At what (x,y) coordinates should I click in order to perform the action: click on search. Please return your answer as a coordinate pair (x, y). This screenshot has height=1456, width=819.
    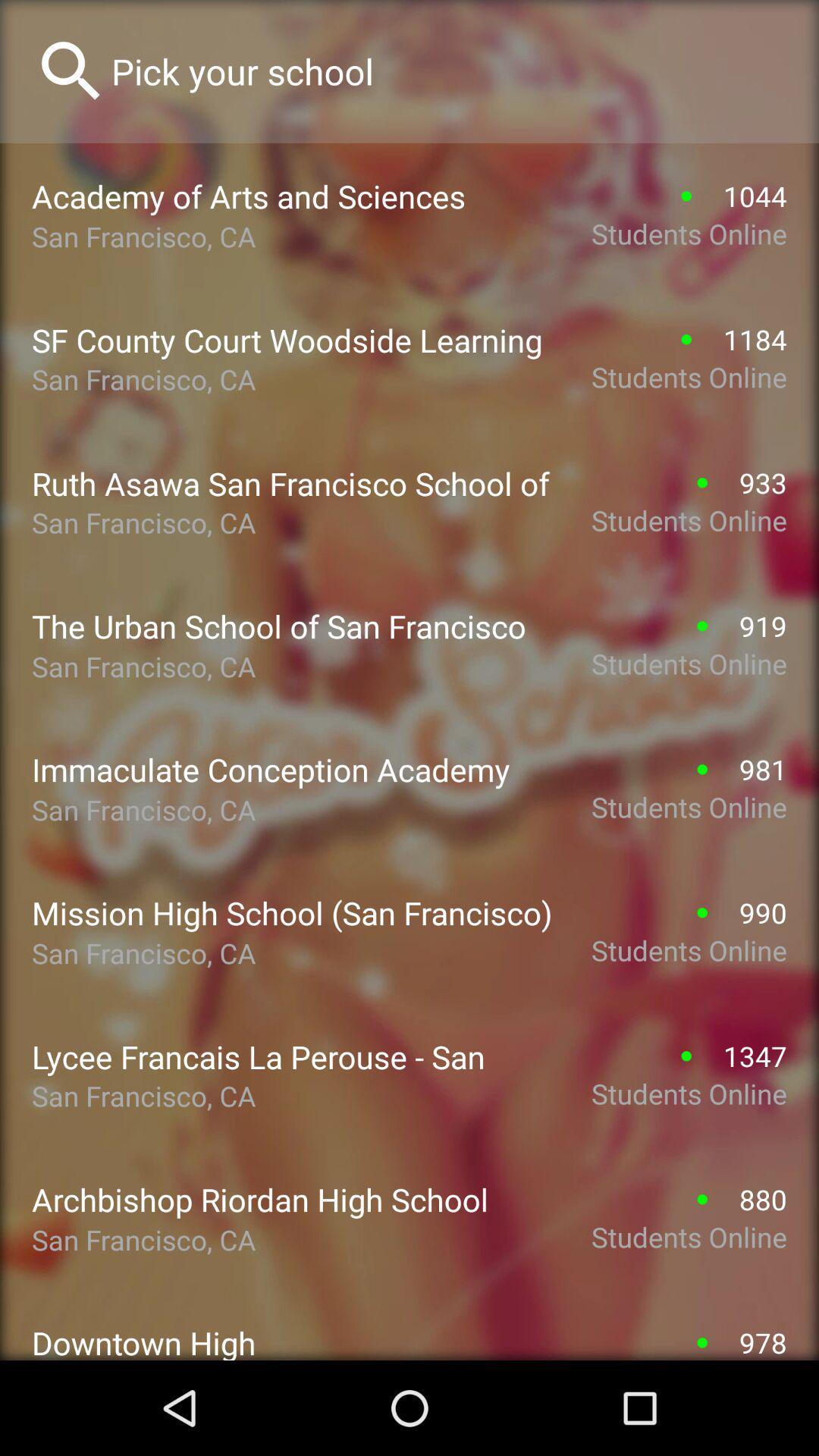
    Looking at the image, I should click on (448, 71).